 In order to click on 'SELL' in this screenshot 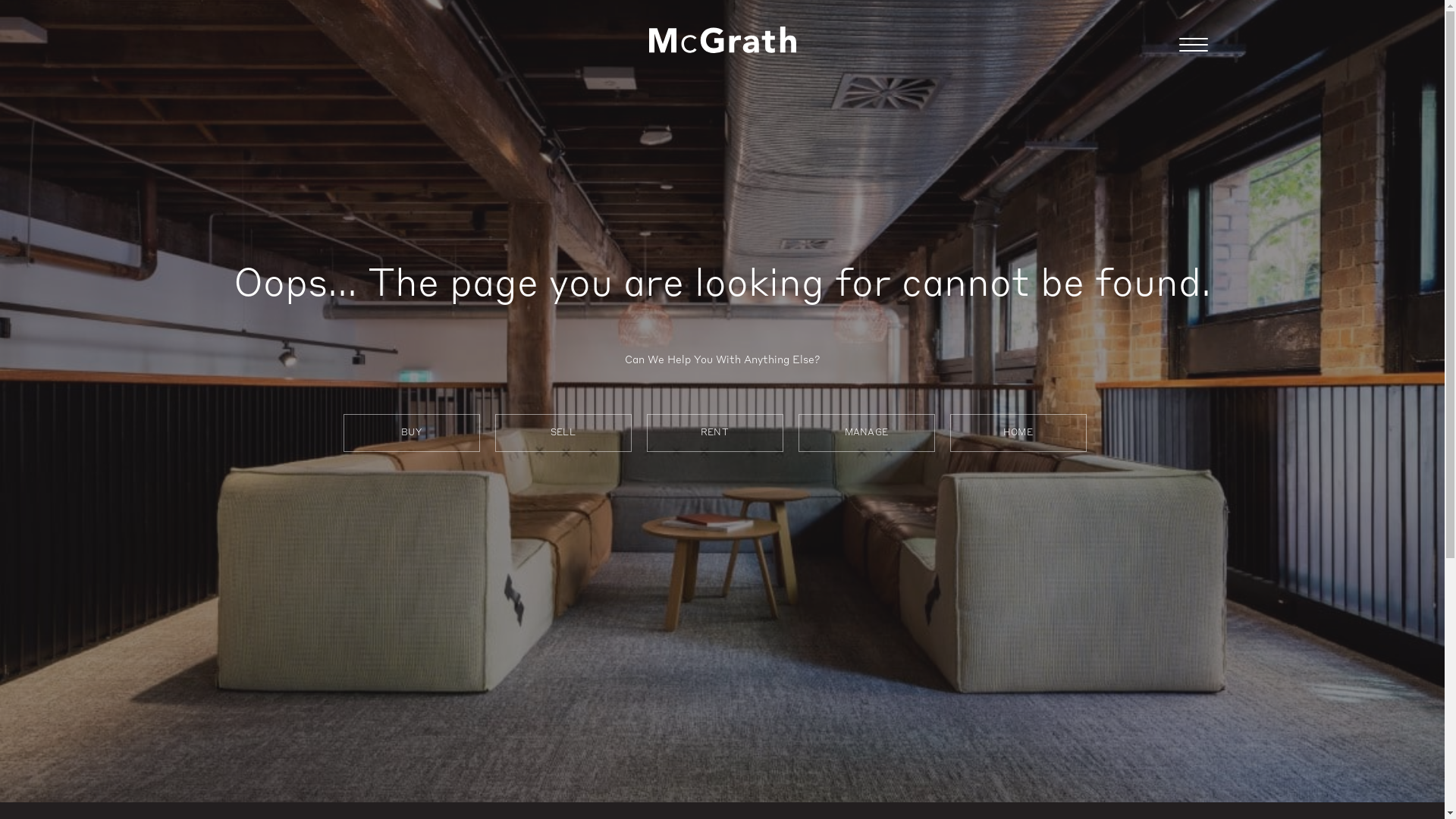, I will do `click(562, 432)`.